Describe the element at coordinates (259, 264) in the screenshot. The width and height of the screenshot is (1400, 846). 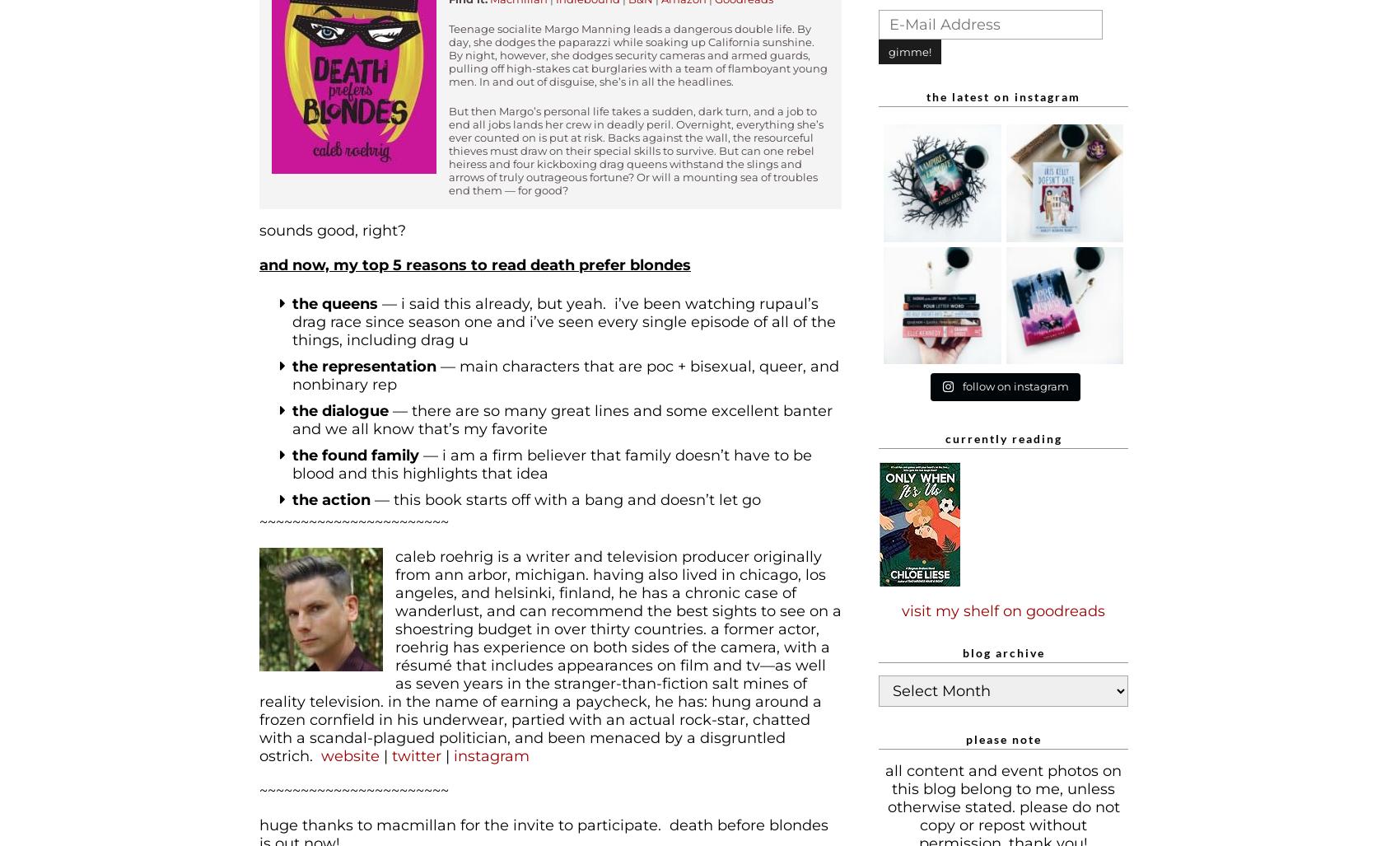
I see `'And now, my top 5 reasons to read Death Prefer Blondes'` at that location.